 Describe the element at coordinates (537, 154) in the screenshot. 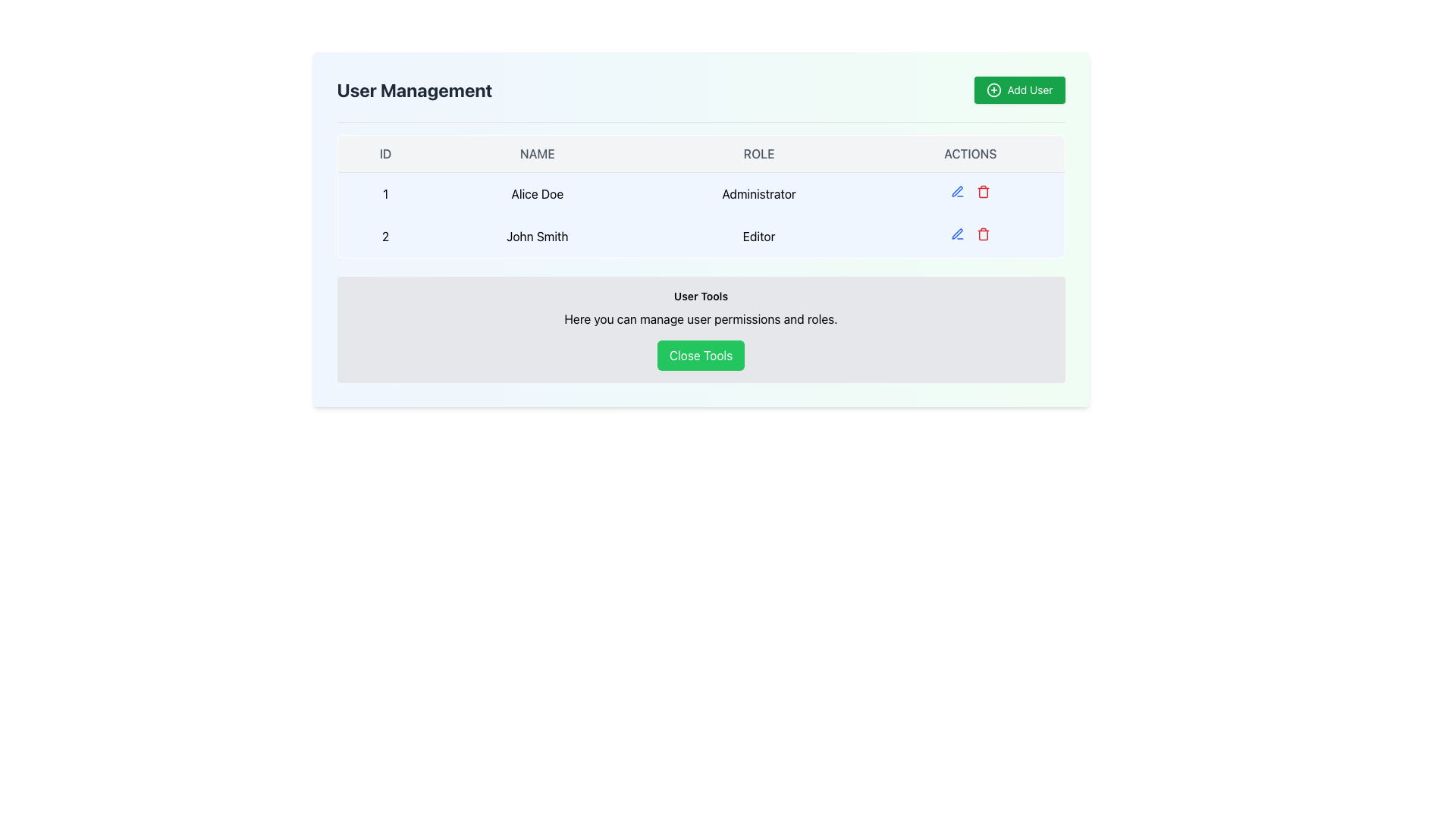

I see `the 'Name' column header label, which is the second column in a horizontal row of table headers, located between 'ID' and 'ROLE'` at that location.